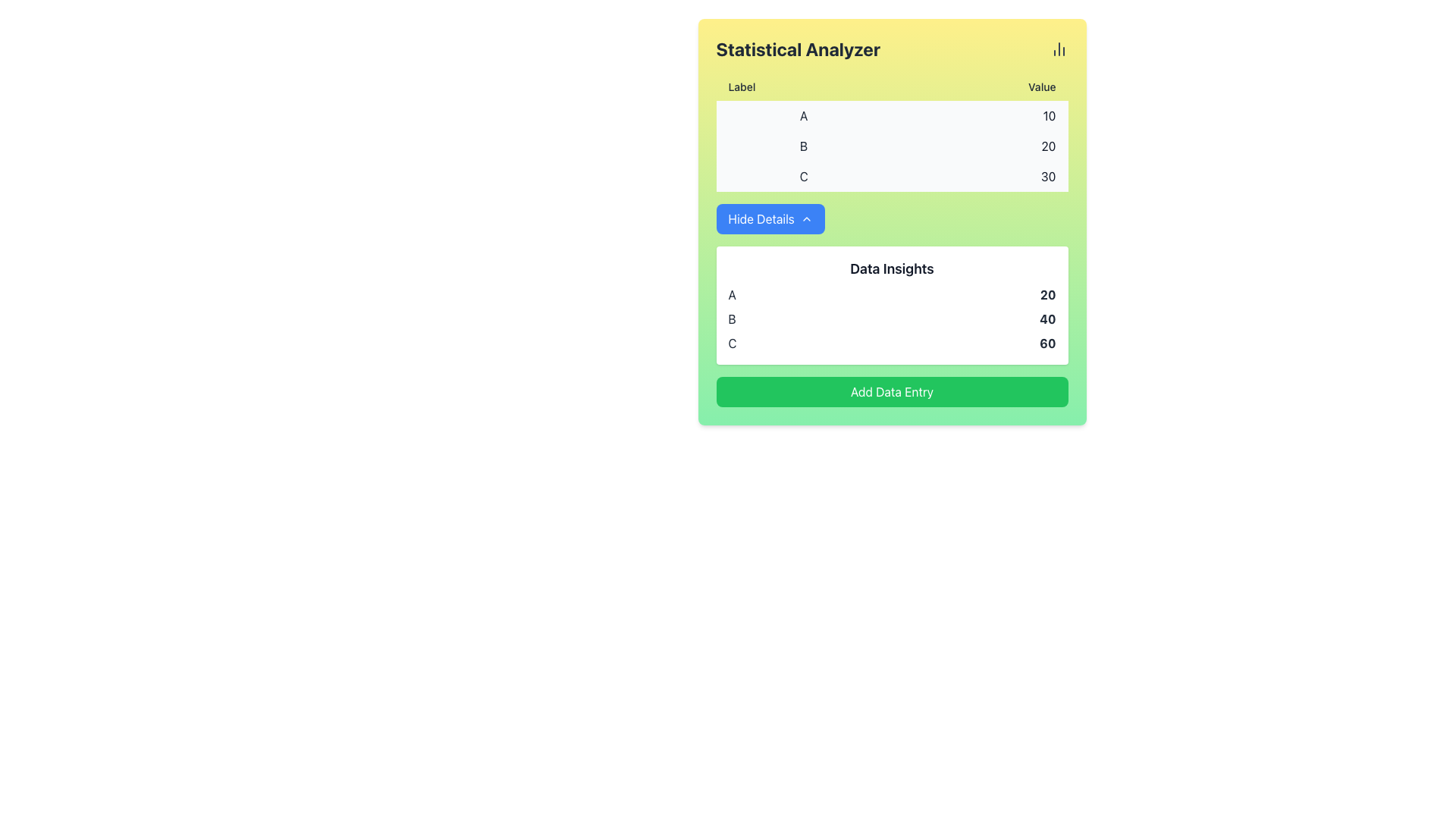  Describe the element at coordinates (797, 49) in the screenshot. I see `the bold textual header labeled 'Statistical Analyzer' which is prominently displayed on a yellow background near the top of the interface` at that location.